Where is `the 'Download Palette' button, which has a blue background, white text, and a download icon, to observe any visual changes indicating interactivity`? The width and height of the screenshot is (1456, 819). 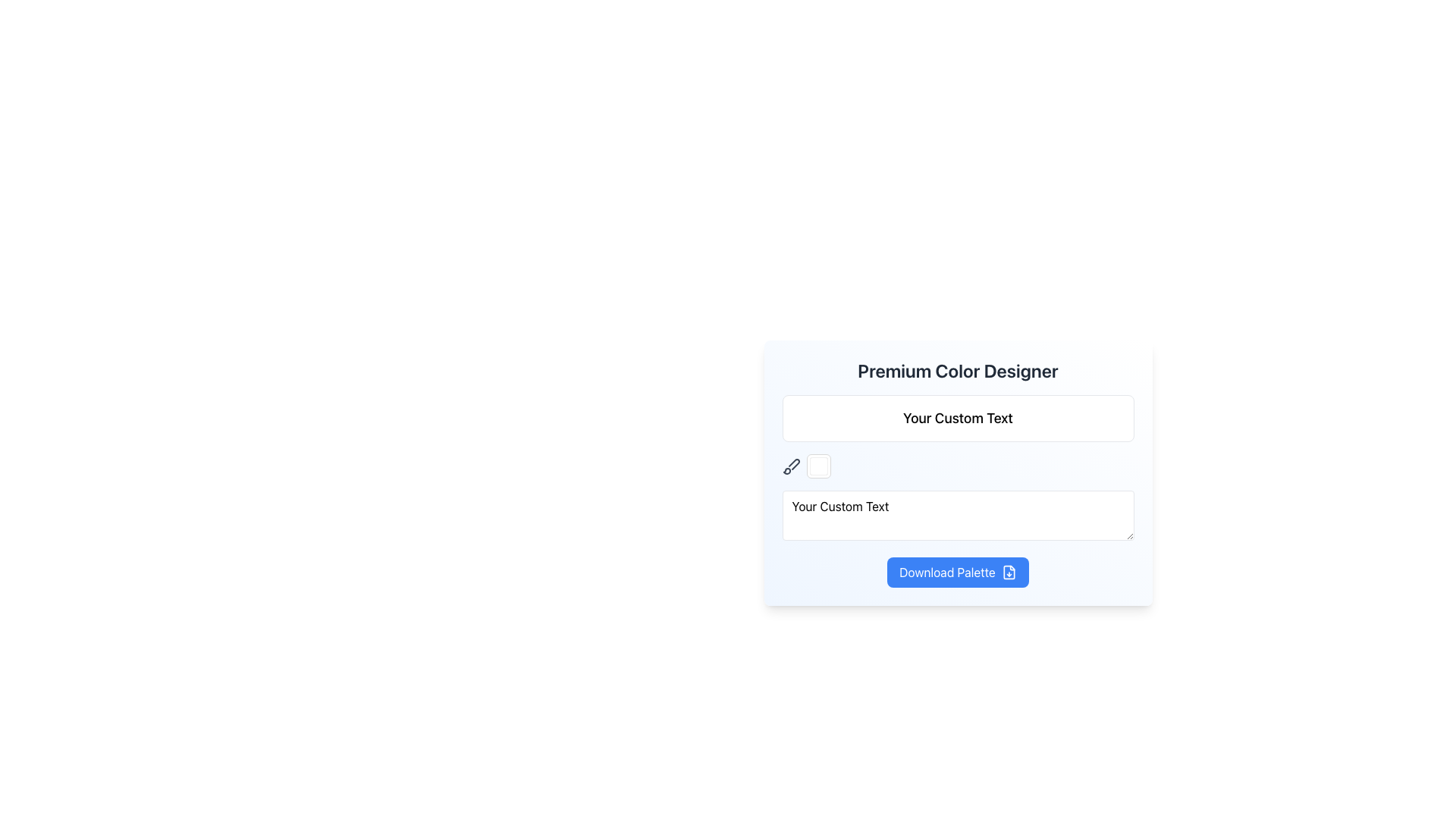 the 'Download Palette' button, which has a blue background, white text, and a download icon, to observe any visual changes indicating interactivity is located at coordinates (957, 573).